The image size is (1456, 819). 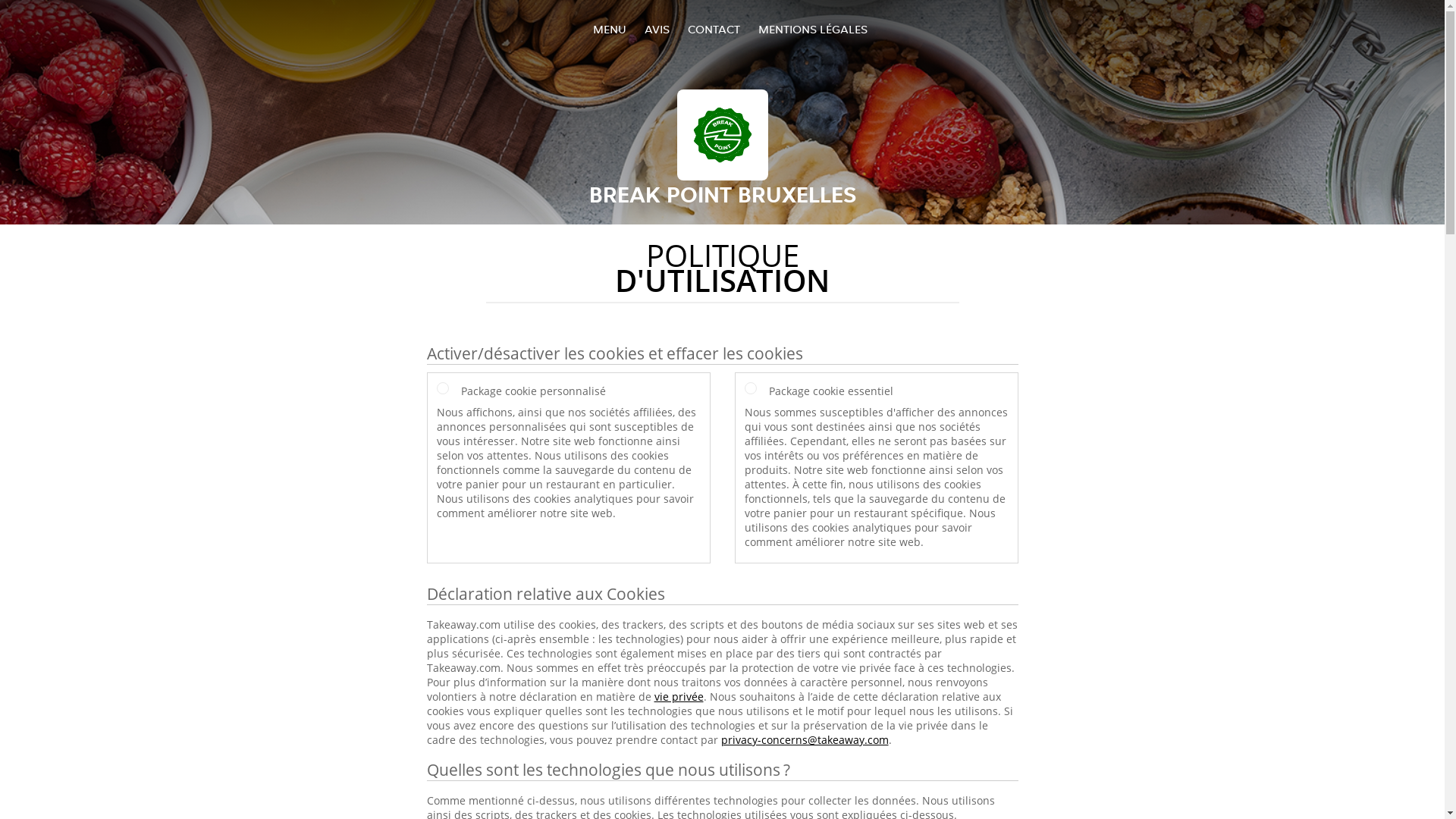 I want to click on 'MENU', so click(x=610, y=29).